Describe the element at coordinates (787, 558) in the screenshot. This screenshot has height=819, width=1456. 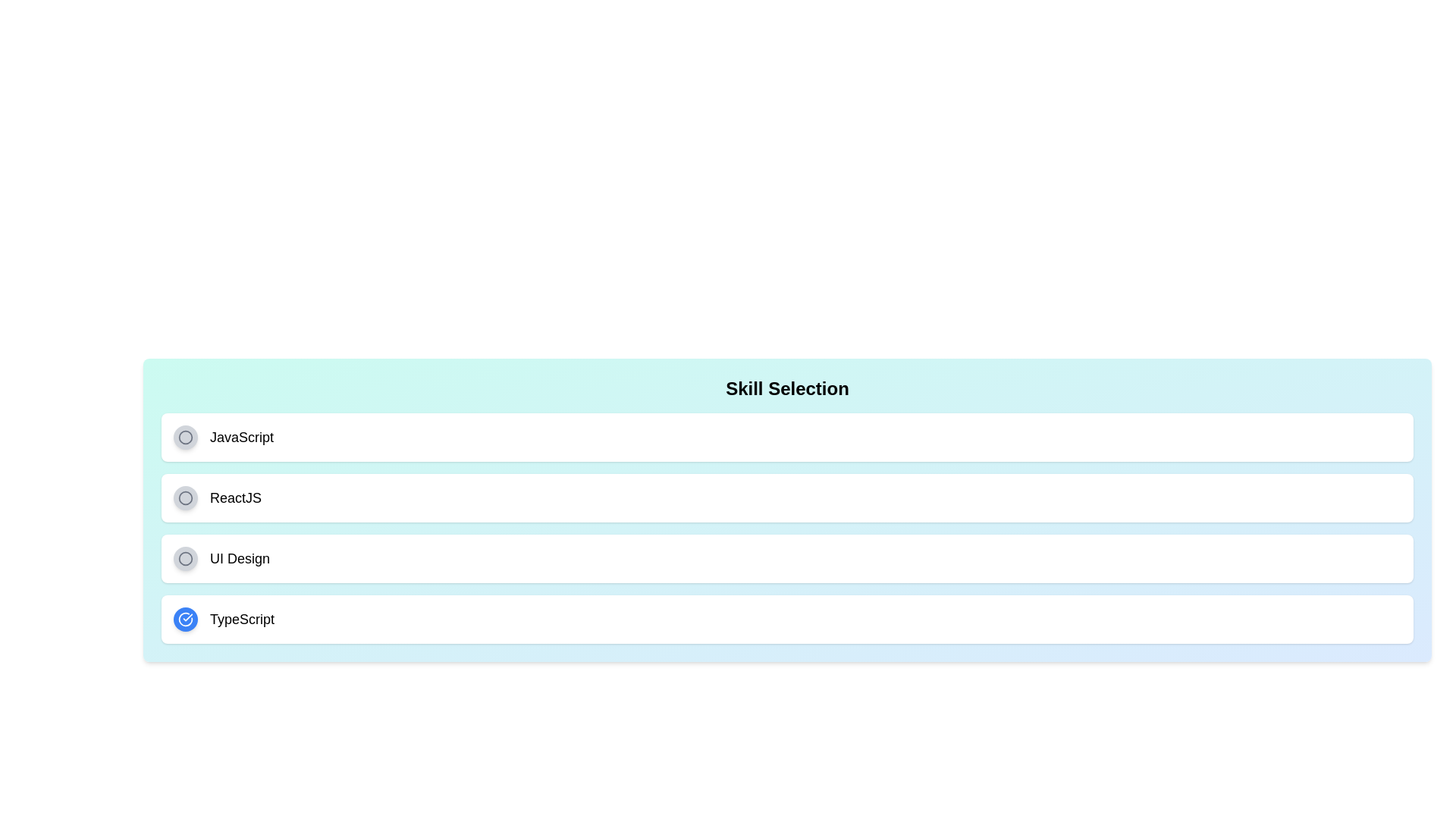
I see `the skill item UI Design` at that location.